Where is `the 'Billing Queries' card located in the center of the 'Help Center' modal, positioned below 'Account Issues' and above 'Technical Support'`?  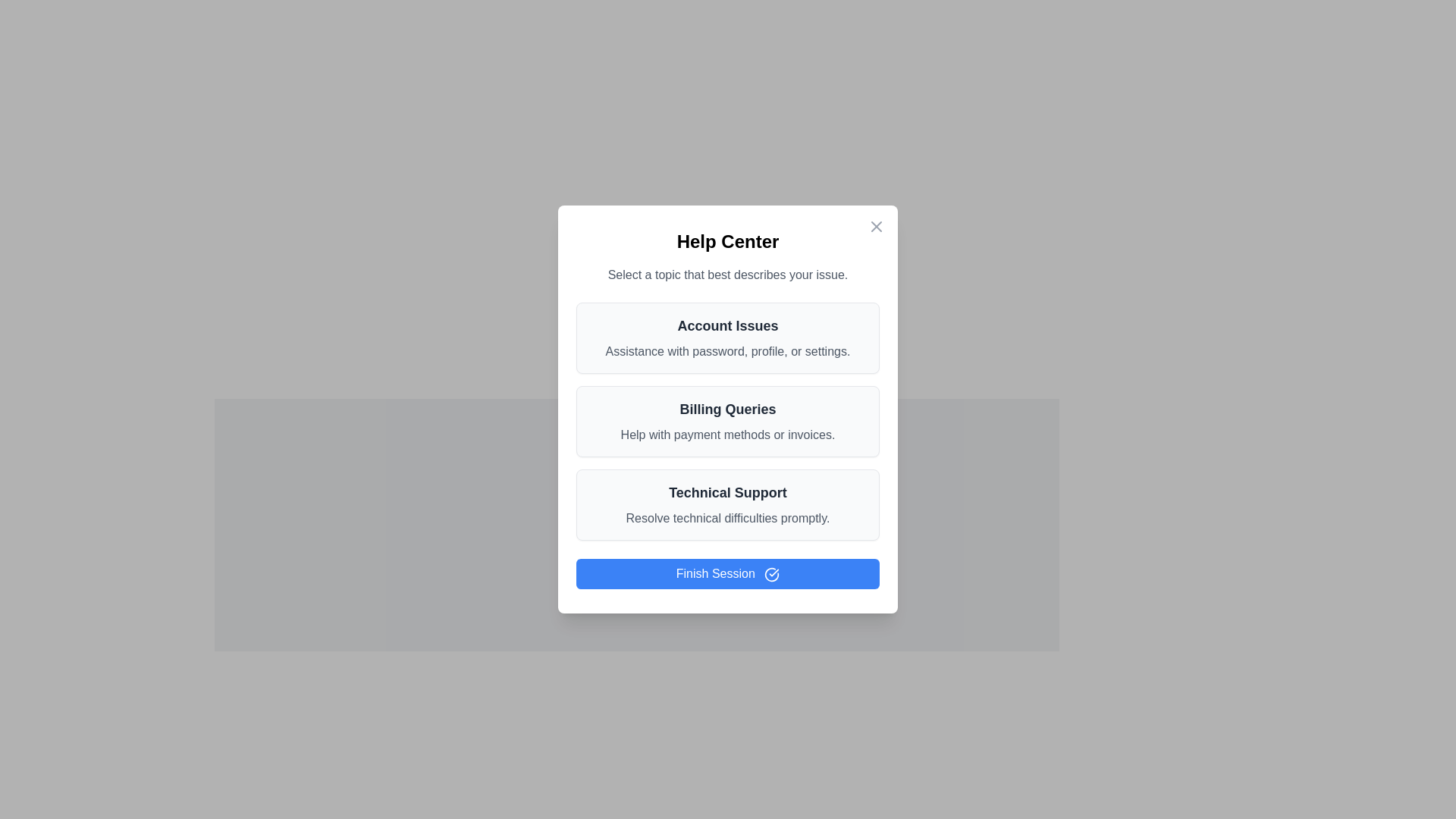 the 'Billing Queries' card located in the center of the 'Help Center' modal, positioned below 'Account Issues' and above 'Technical Support' is located at coordinates (728, 421).